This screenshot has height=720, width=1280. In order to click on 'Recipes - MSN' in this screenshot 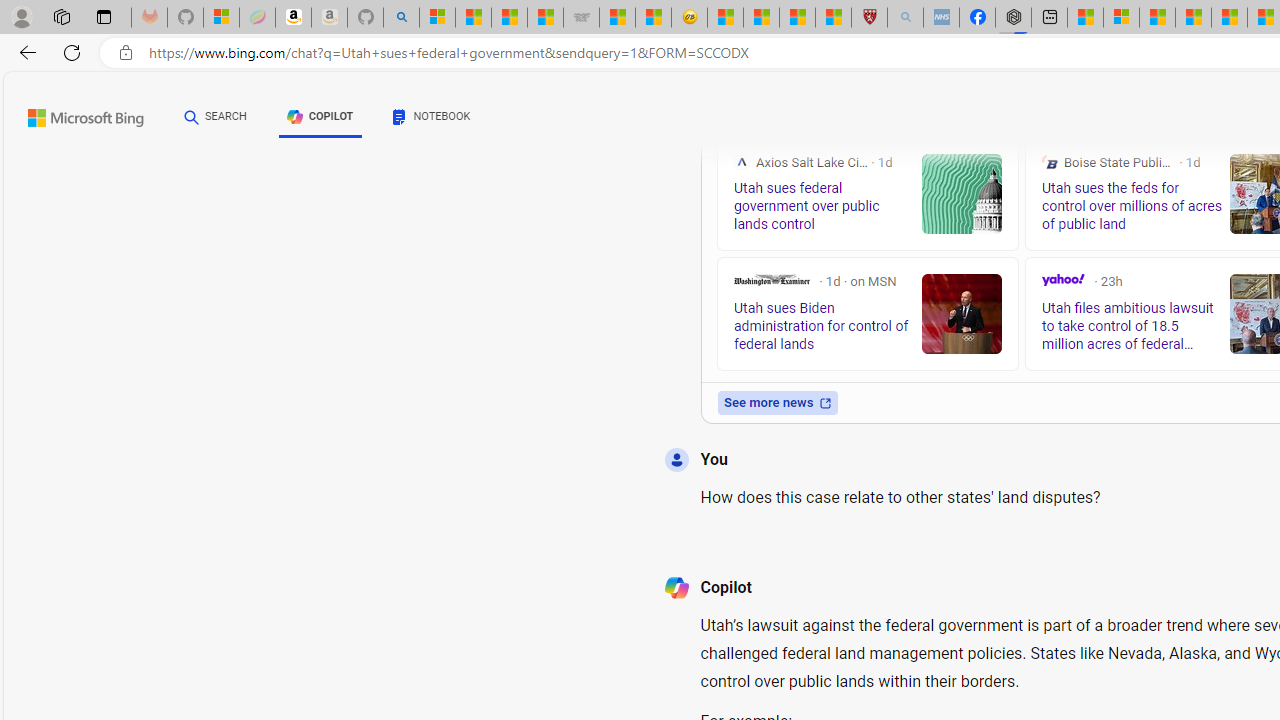, I will do `click(724, 17)`.